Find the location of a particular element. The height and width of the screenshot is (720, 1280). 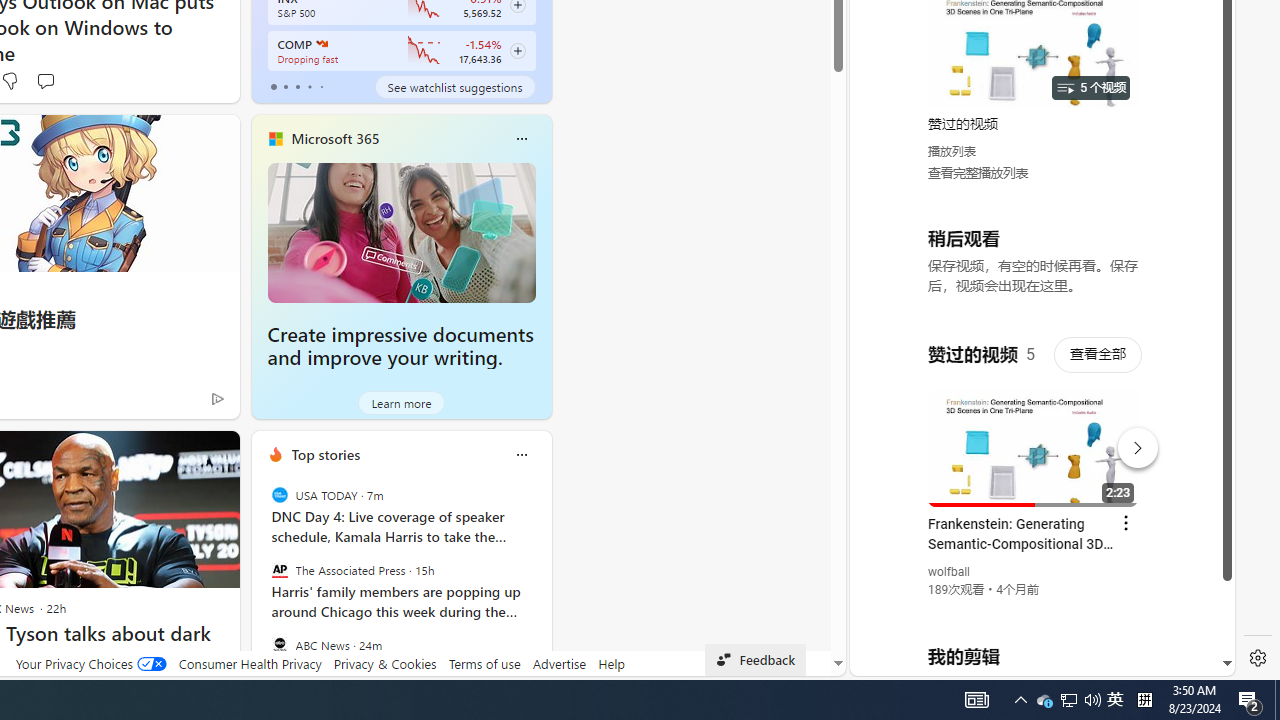

'YouTube' is located at coordinates (1034, 431).